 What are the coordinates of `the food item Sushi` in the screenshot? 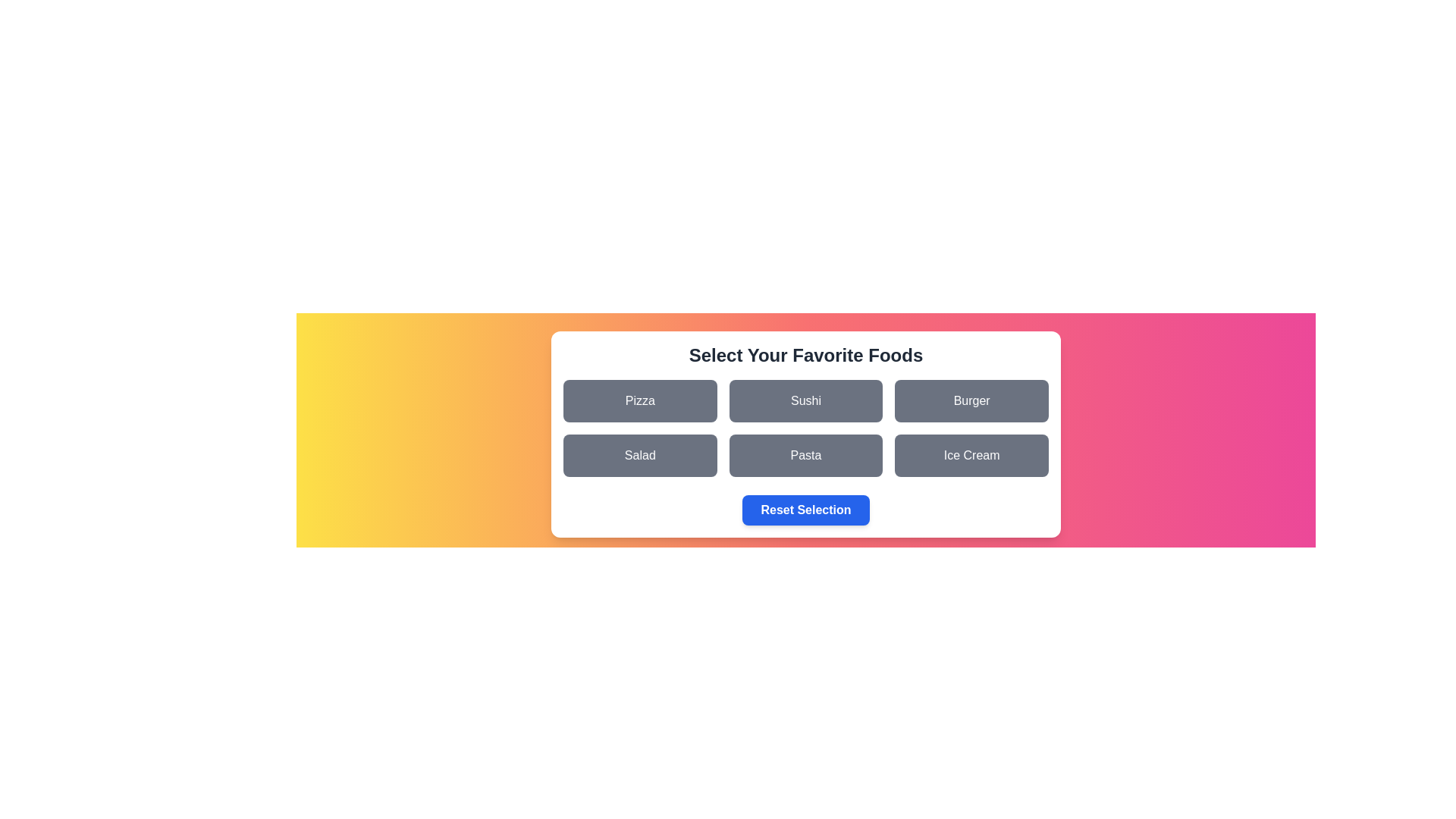 It's located at (805, 400).